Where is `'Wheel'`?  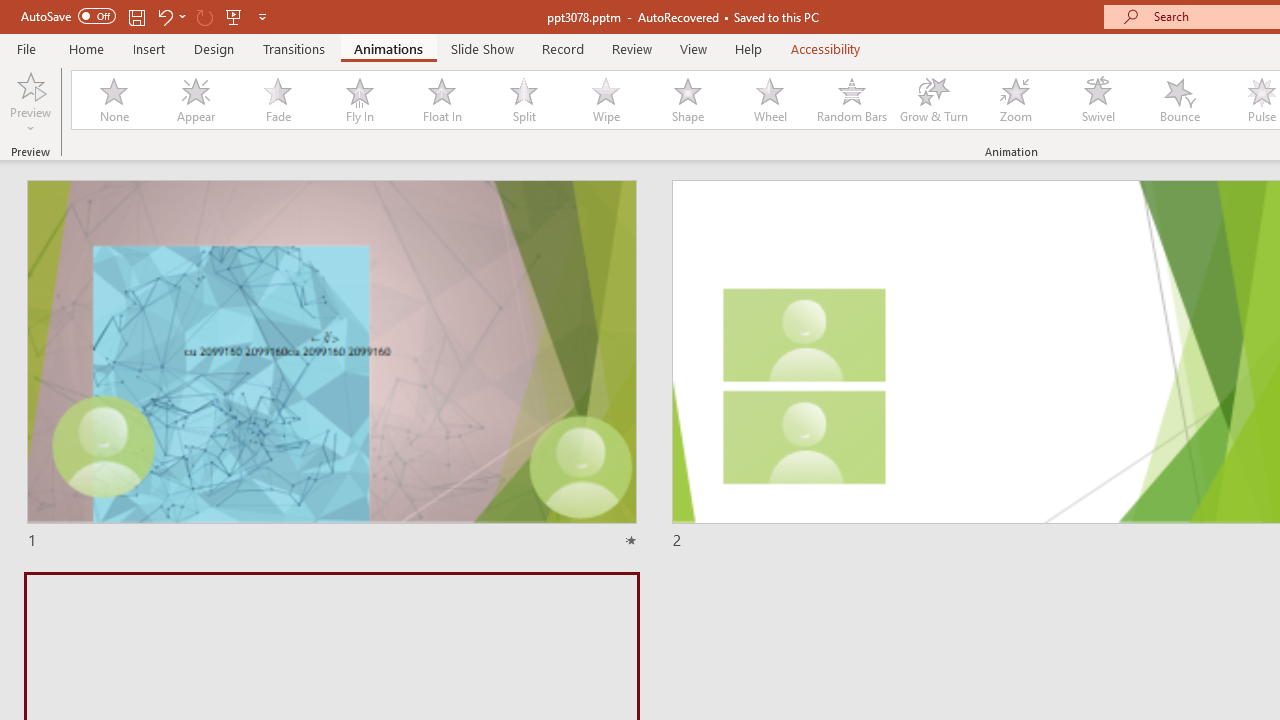
'Wheel' is located at coordinates (769, 100).